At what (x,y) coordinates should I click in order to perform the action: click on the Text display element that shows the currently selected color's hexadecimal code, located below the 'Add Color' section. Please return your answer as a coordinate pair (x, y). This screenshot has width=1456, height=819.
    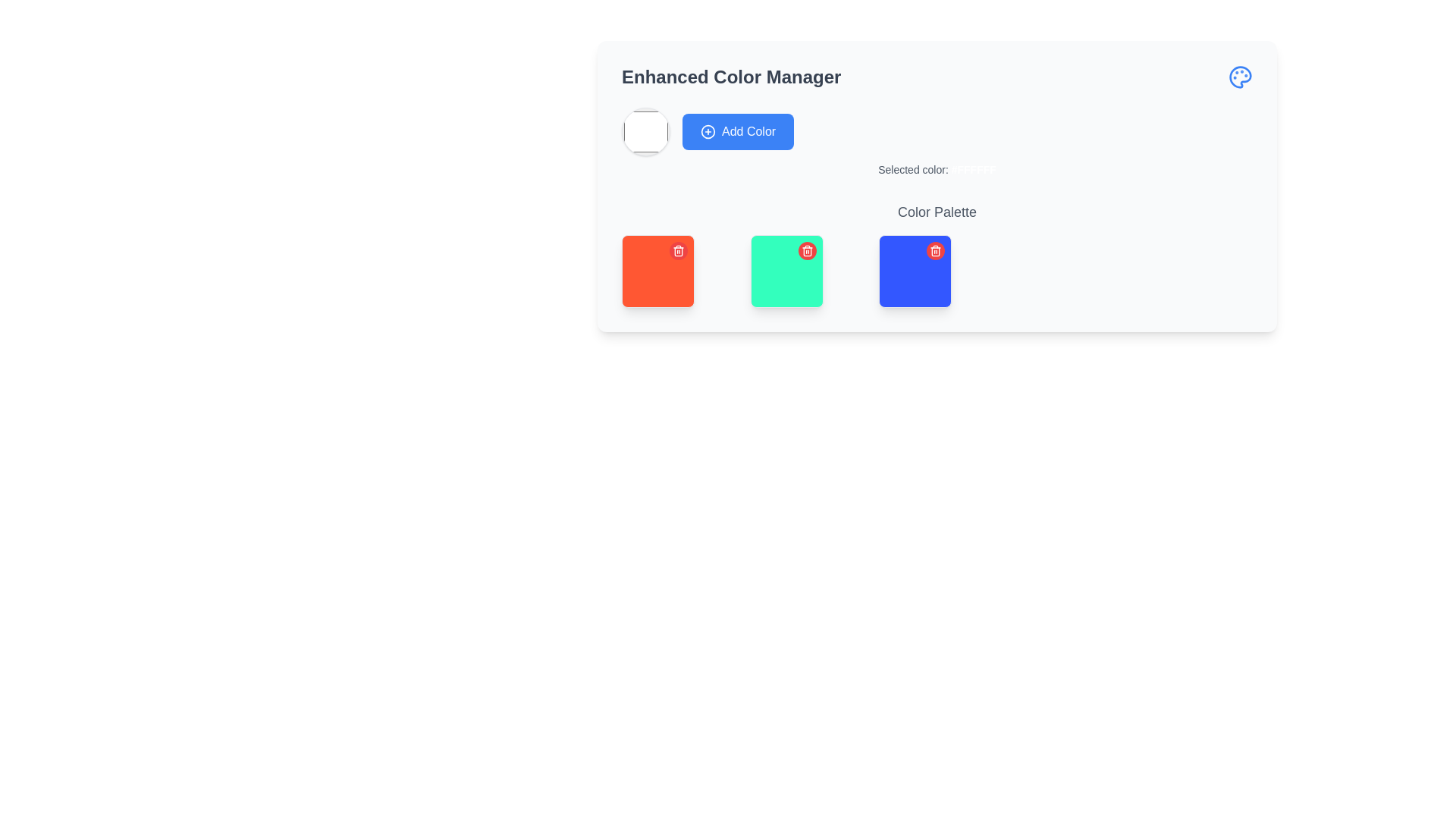
    Looking at the image, I should click on (937, 169).